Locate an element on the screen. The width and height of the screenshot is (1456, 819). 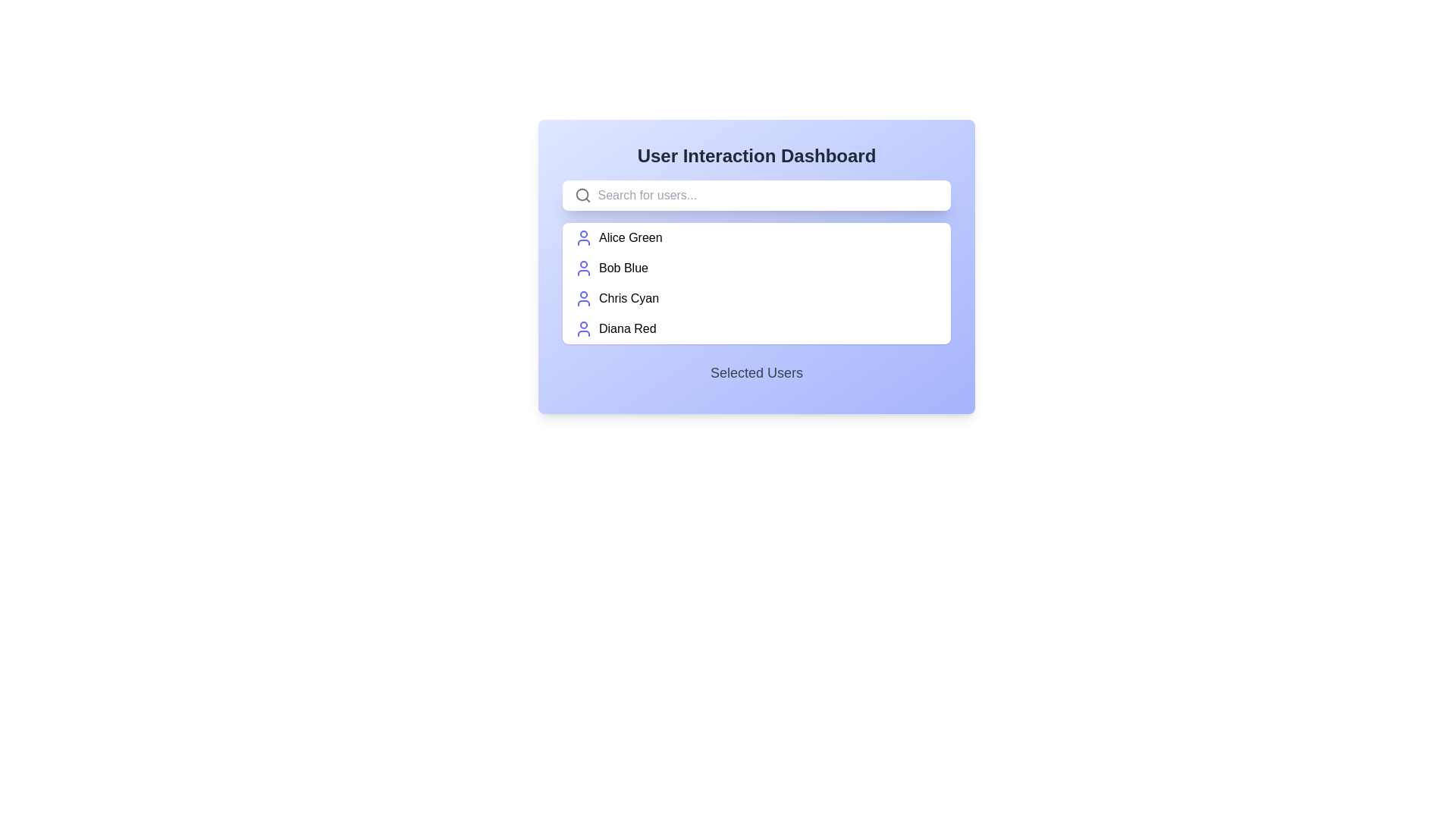
the Text Label located at the bottom of the main user panel, which serves as a title for the section displaying selected users is located at coordinates (757, 373).